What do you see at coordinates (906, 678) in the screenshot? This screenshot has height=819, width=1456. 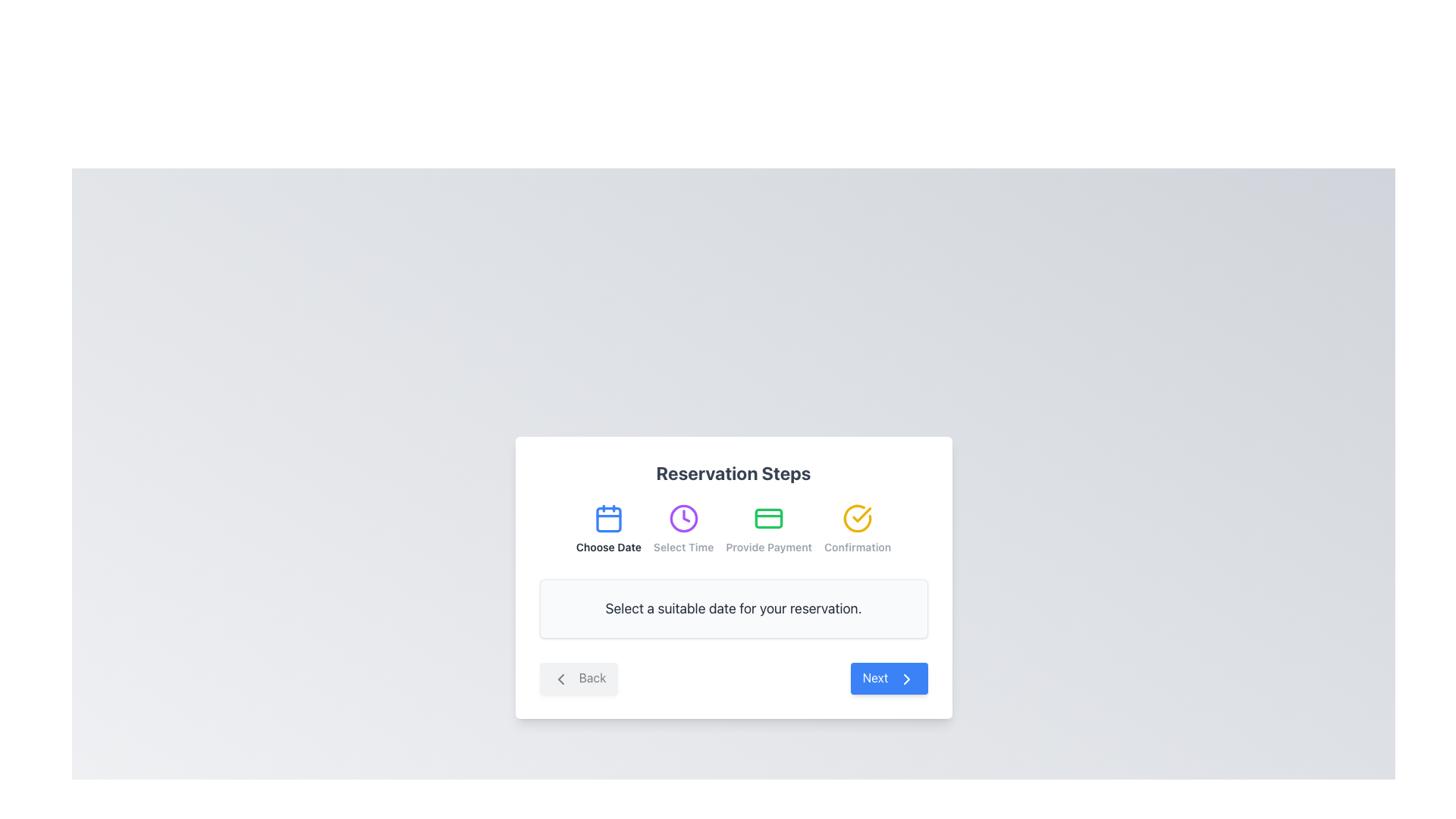 I see `the right-pointing chevron-shaped icon, which is a thin white outline on a blue circular button, located to the right of the text 'Next' within the blue rectangular button` at bounding box center [906, 678].